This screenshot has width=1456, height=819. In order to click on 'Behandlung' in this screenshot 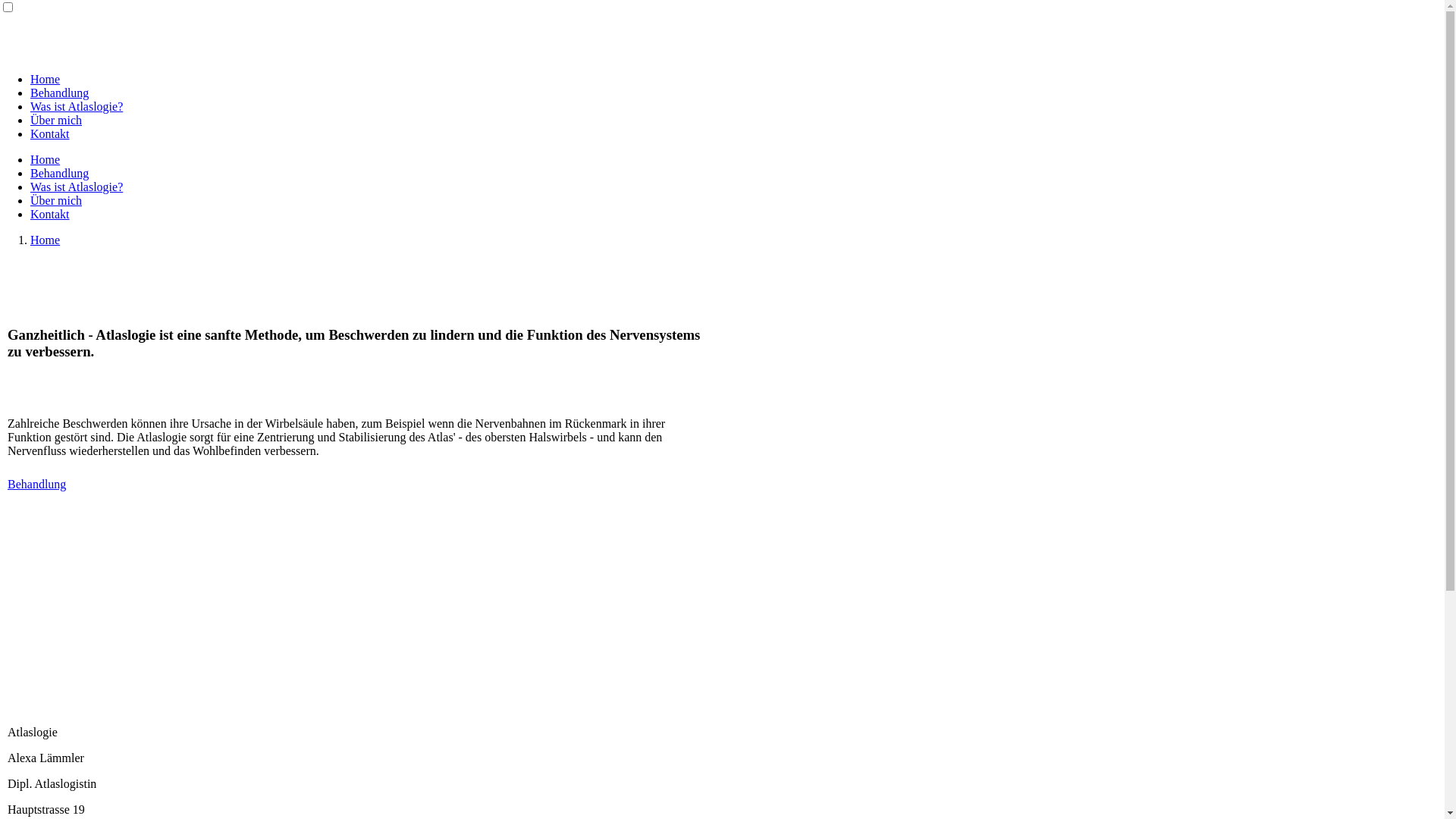, I will do `click(59, 172)`.